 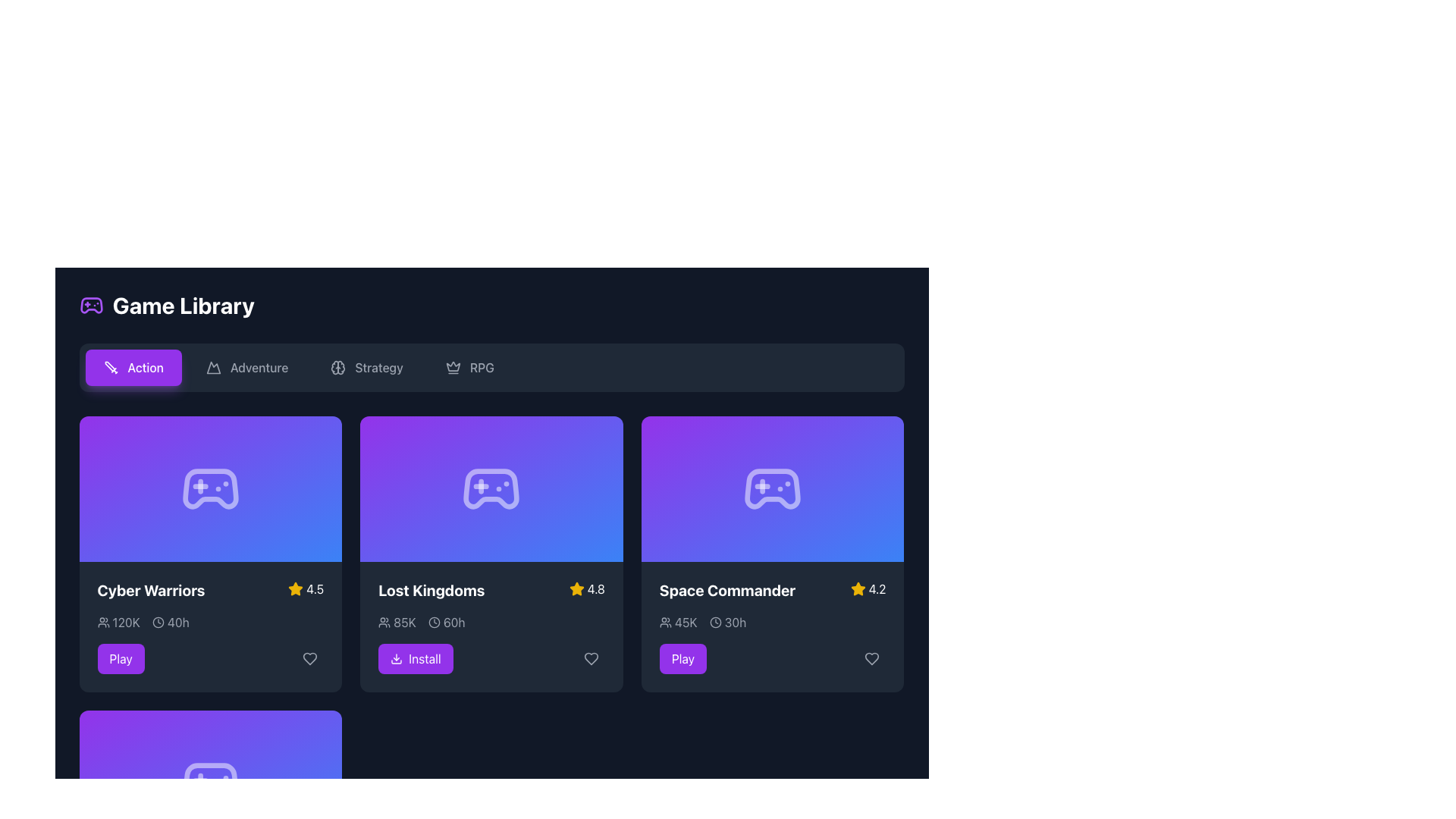 What do you see at coordinates (110, 368) in the screenshot?
I see `the icon representing the 'Action' category located within the button labeled 'Action' at the top left corner of the interface` at bounding box center [110, 368].